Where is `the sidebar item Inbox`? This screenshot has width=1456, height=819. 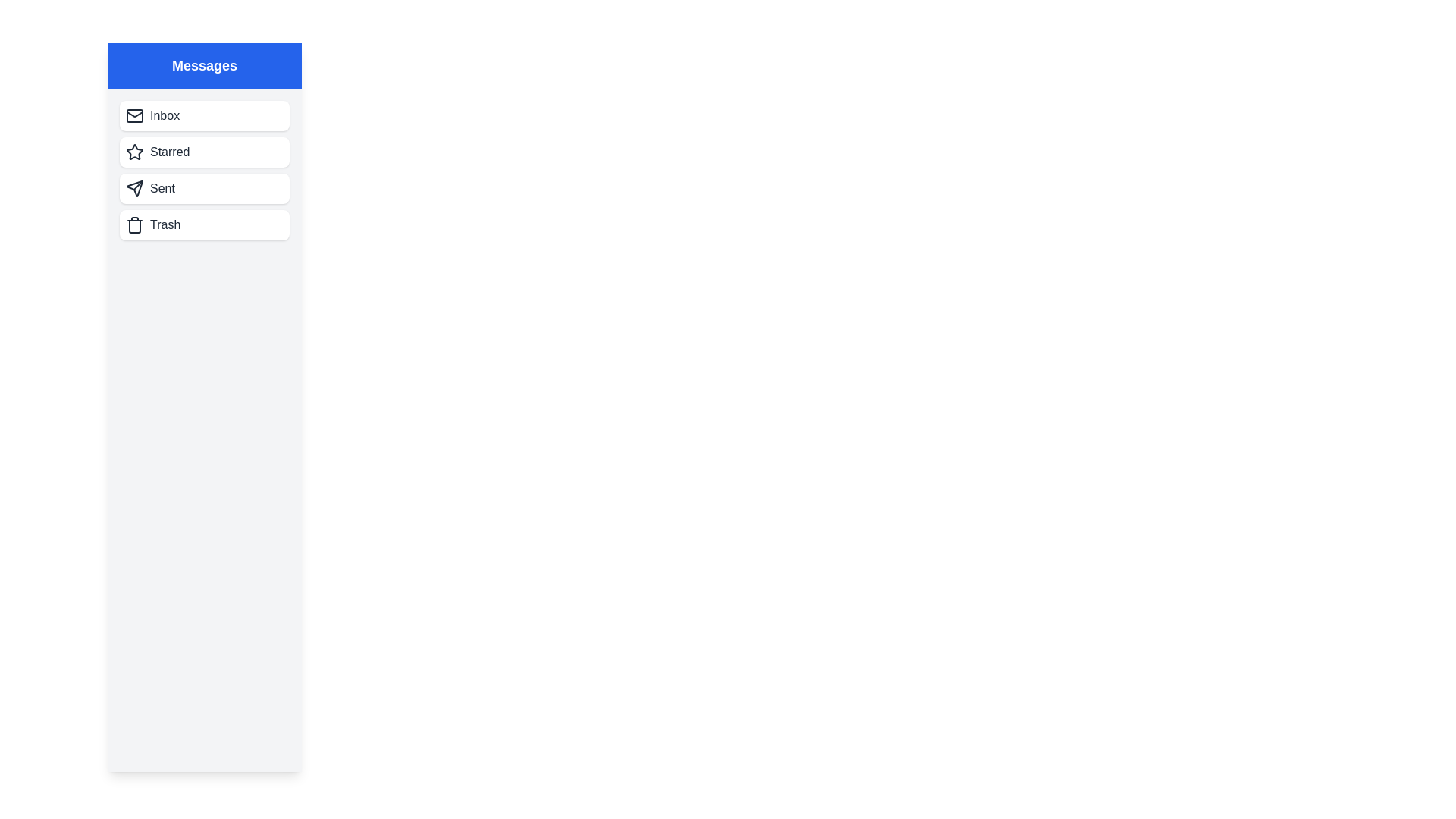 the sidebar item Inbox is located at coordinates (203, 115).